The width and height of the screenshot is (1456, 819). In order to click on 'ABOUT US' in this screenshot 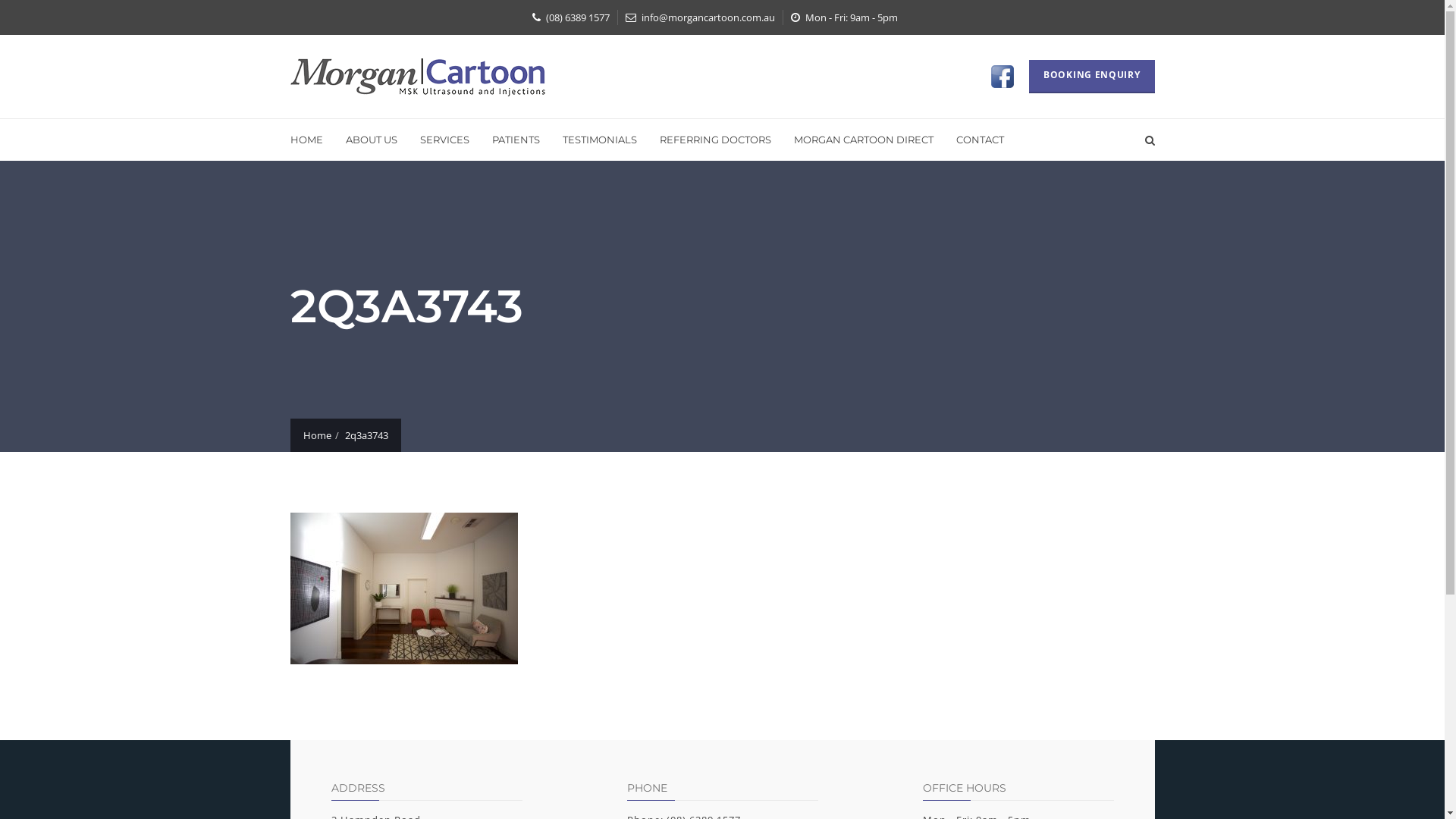, I will do `click(371, 140)`.